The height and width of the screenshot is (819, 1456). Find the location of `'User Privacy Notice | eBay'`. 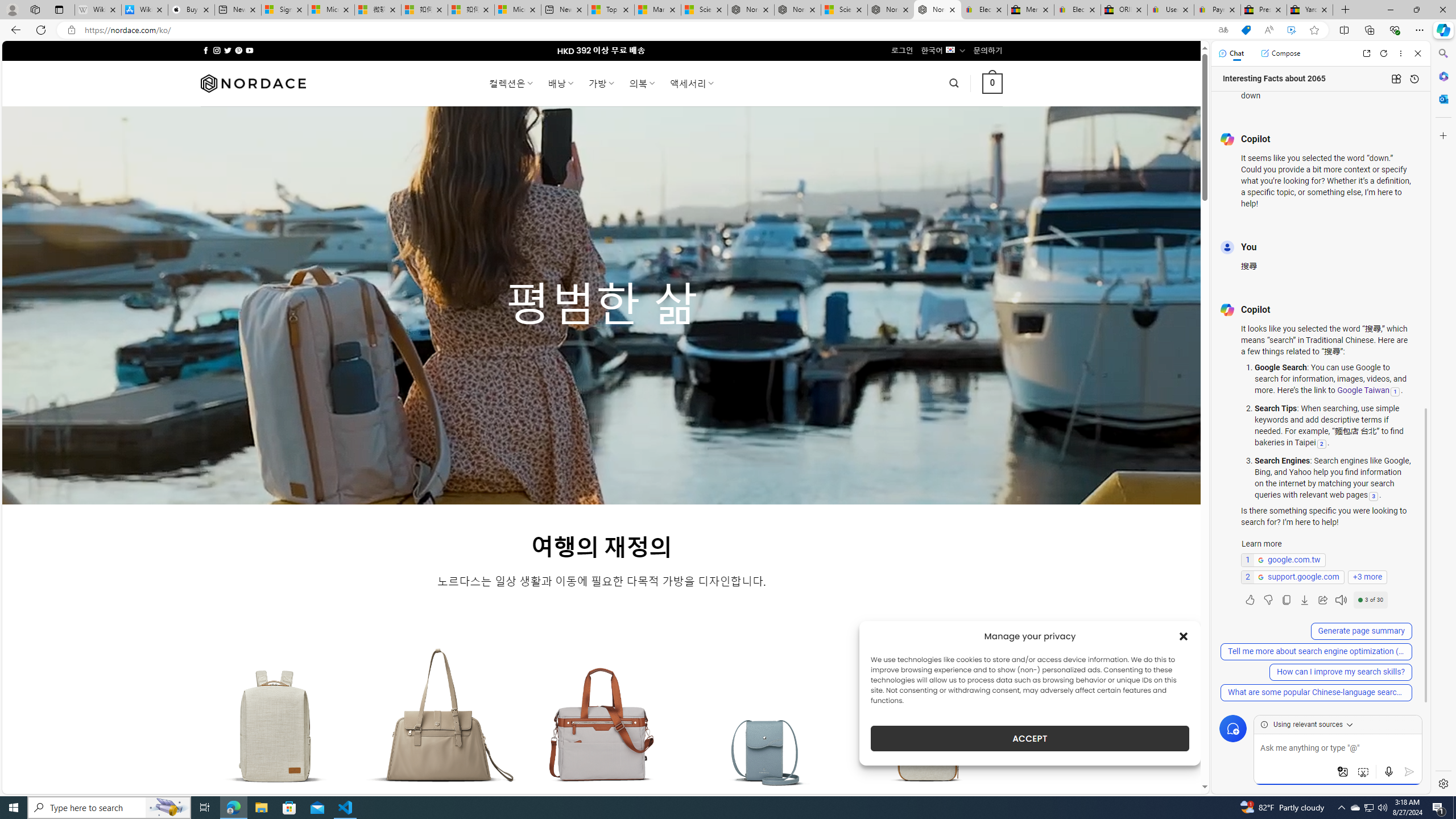

'User Privacy Notice | eBay' is located at coordinates (1170, 9).